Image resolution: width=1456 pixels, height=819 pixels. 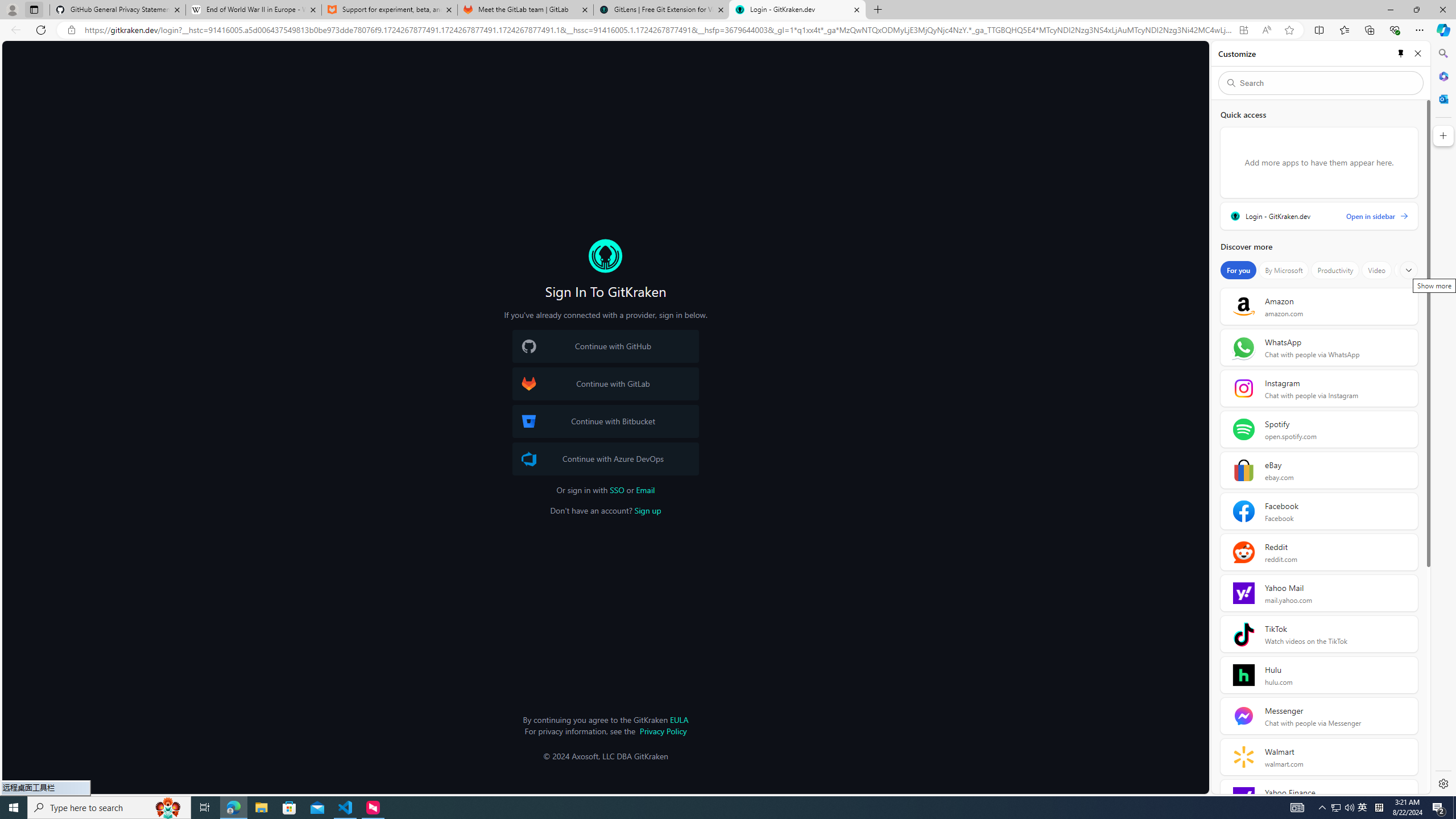 What do you see at coordinates (605, 346) in the screenshot?
I see `'GitHub Logo Continue with GitHub'` at bounding box center [605, 346].